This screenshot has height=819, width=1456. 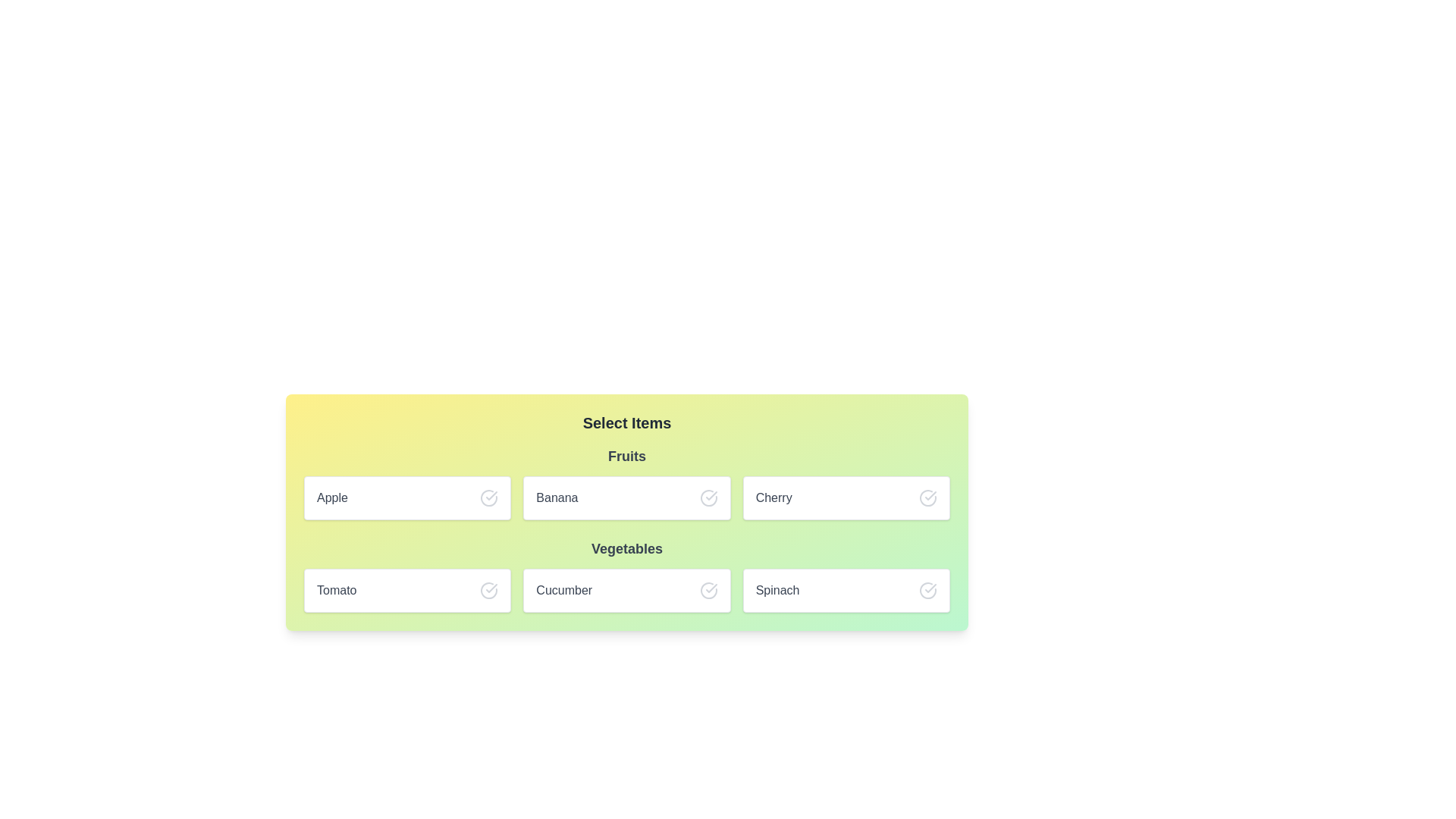 What do you see at coordinates (489, 497) in the screenshot?
I see `the activation icon located in the top-left box under the 'Fruits' section of the 'Select Items' list interface, which indicates or confirms the selection status for the 'Apple' option` at bounding box center [489, 497].